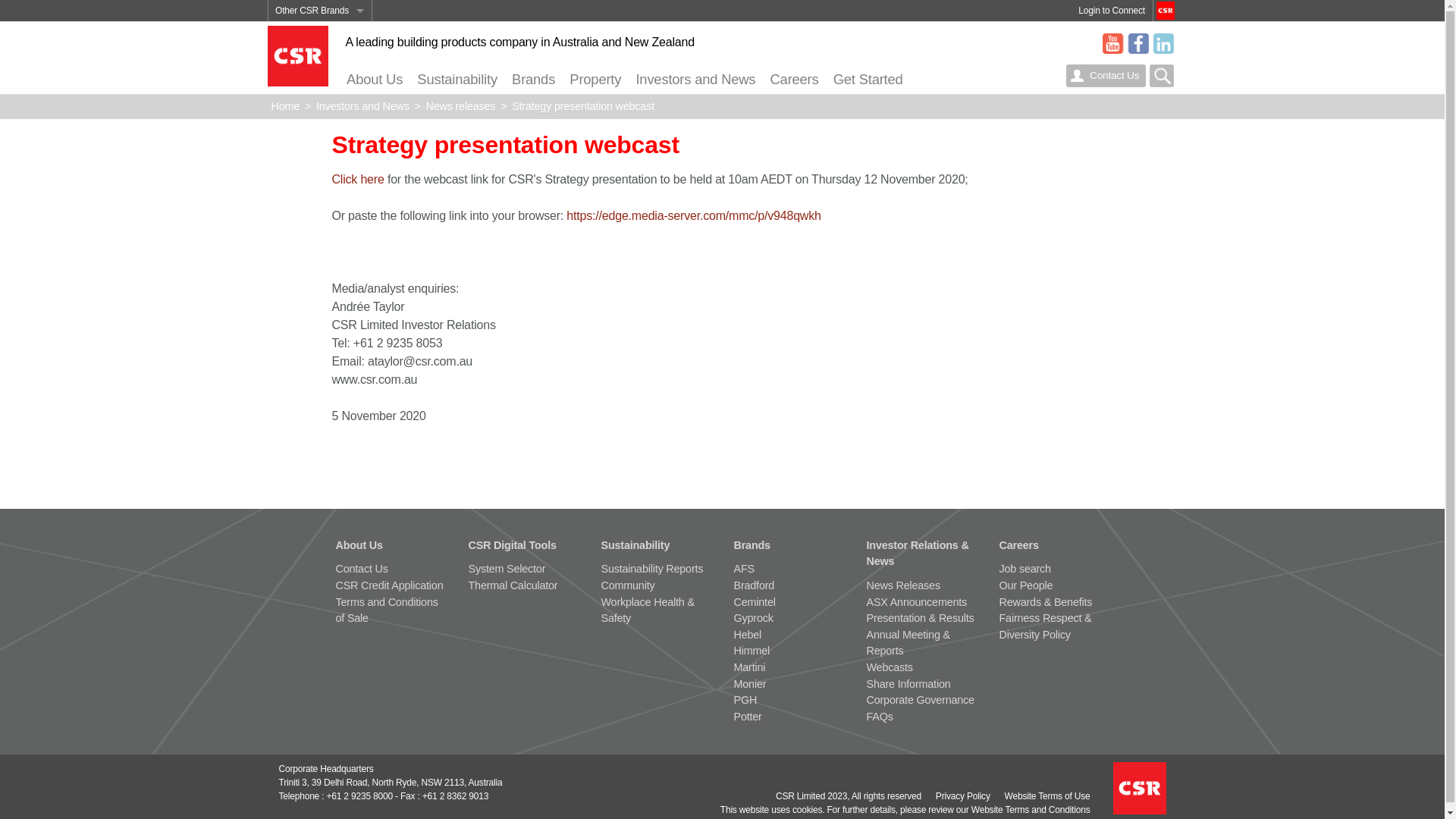  I want to click on 'Corporate Governance', so click(919, 699).